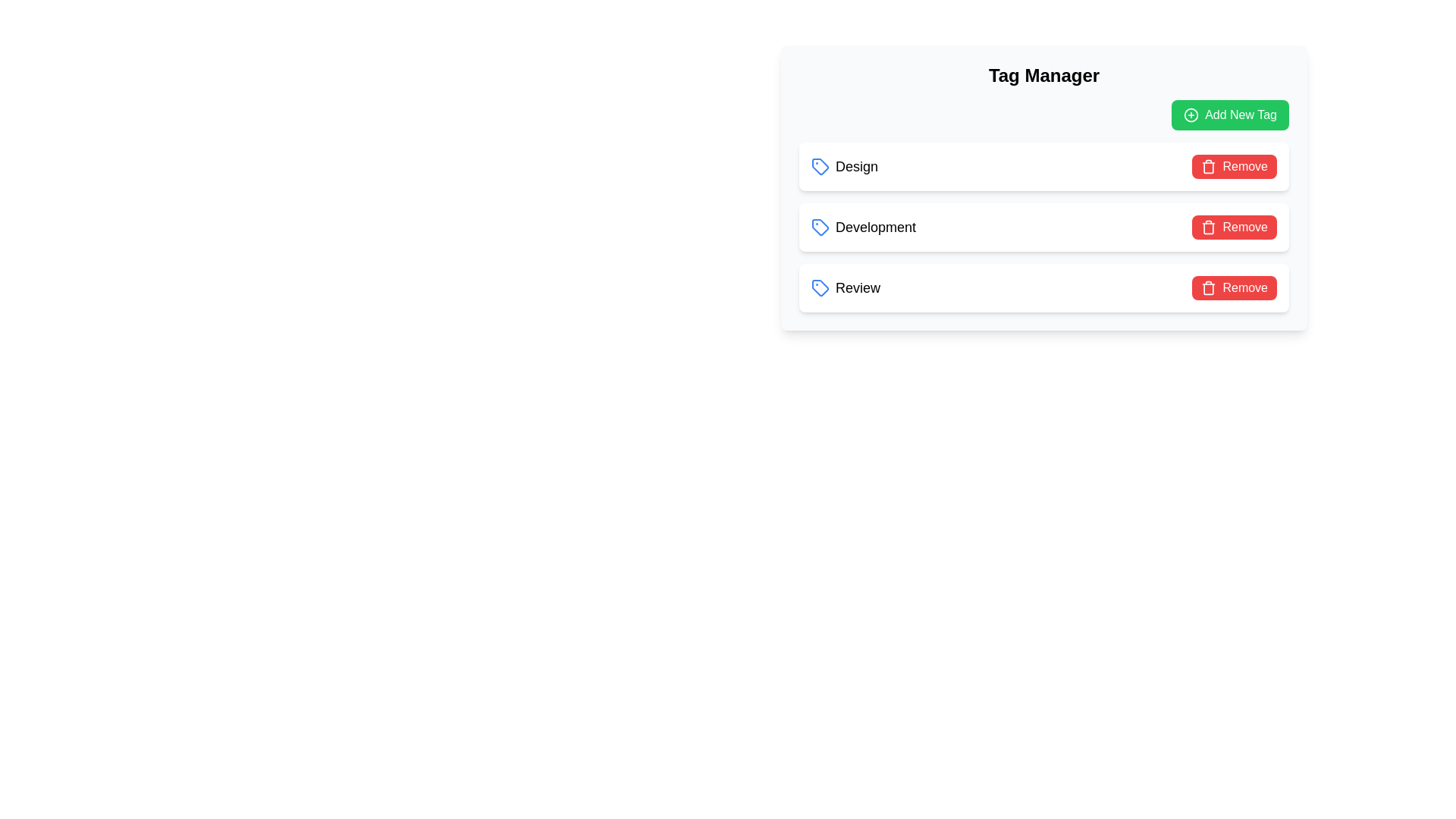 The width and height of the screenshot is (1456, 819). I want to click on the rounded red button labeled 'Remove' with a trash icon on its left, located at the rightmost position in the last row of the panel containing the 'Review' text, so click(1235, 288).